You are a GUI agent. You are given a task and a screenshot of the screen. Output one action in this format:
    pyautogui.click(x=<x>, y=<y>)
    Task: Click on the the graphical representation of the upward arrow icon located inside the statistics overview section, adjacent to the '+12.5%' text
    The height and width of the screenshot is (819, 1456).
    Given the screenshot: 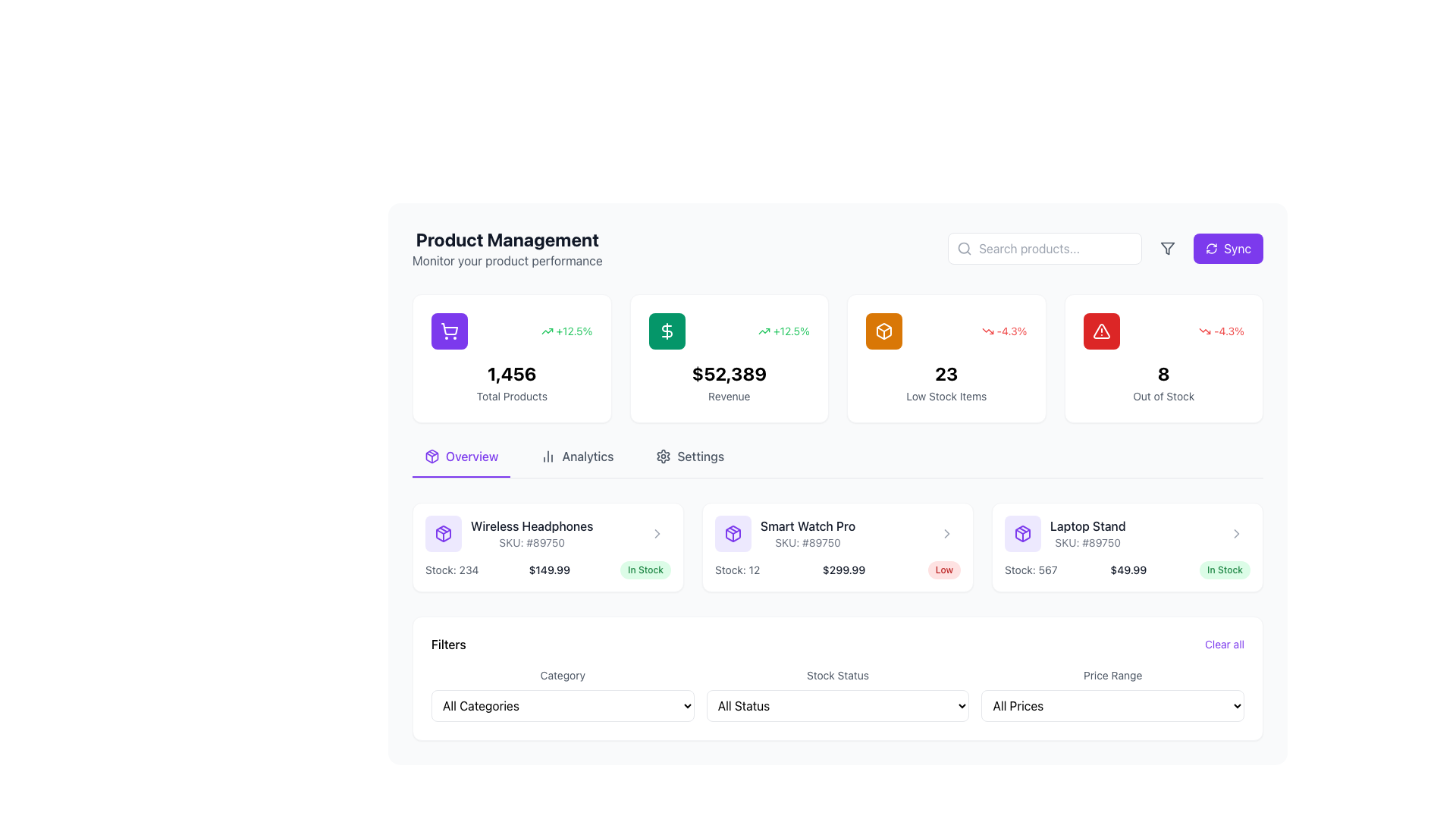 What is the action you would take?
    pyautogui.click(x=764, y=330)
    